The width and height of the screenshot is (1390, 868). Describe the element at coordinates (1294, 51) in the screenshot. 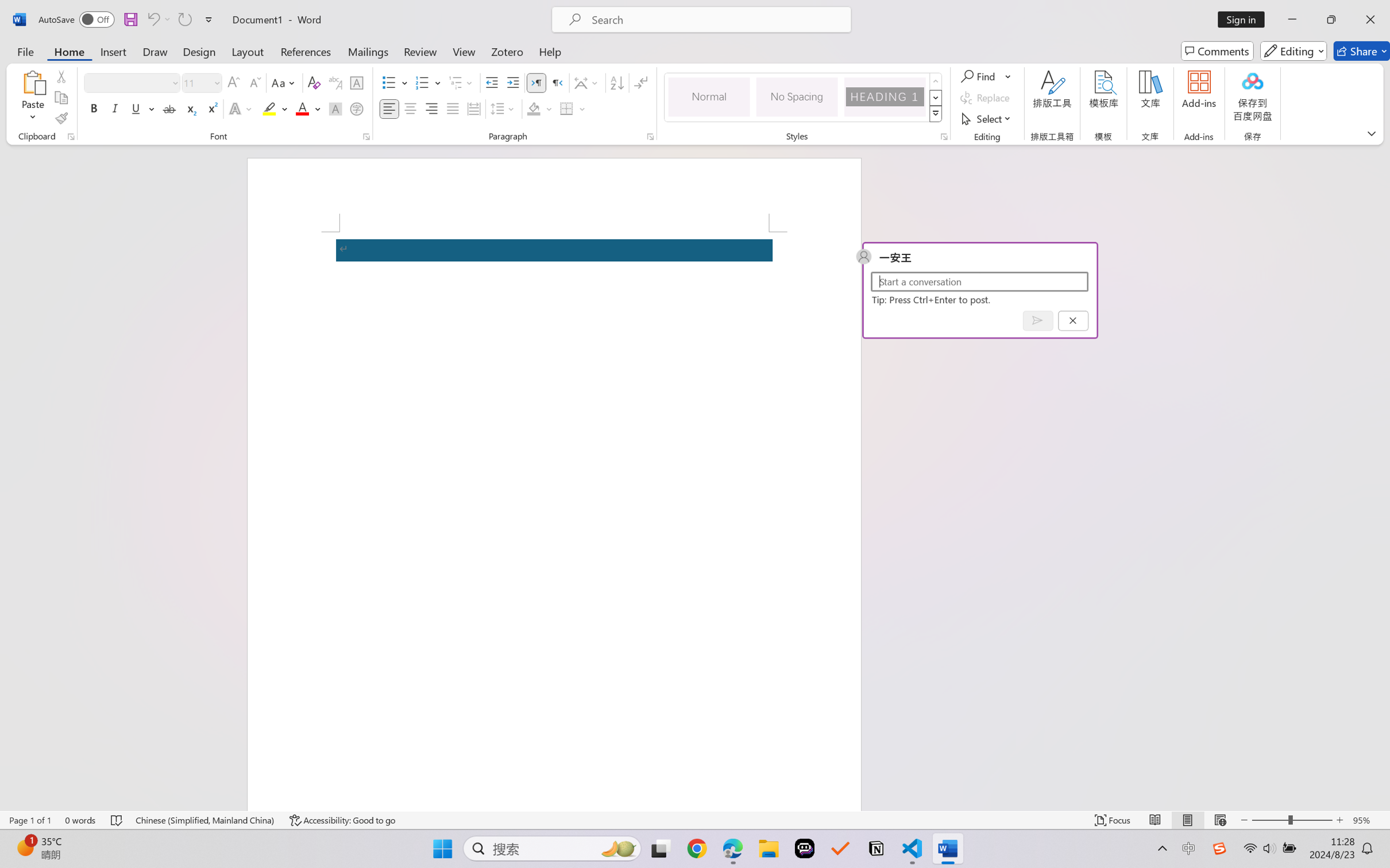

I see `'Editing'` at that location.